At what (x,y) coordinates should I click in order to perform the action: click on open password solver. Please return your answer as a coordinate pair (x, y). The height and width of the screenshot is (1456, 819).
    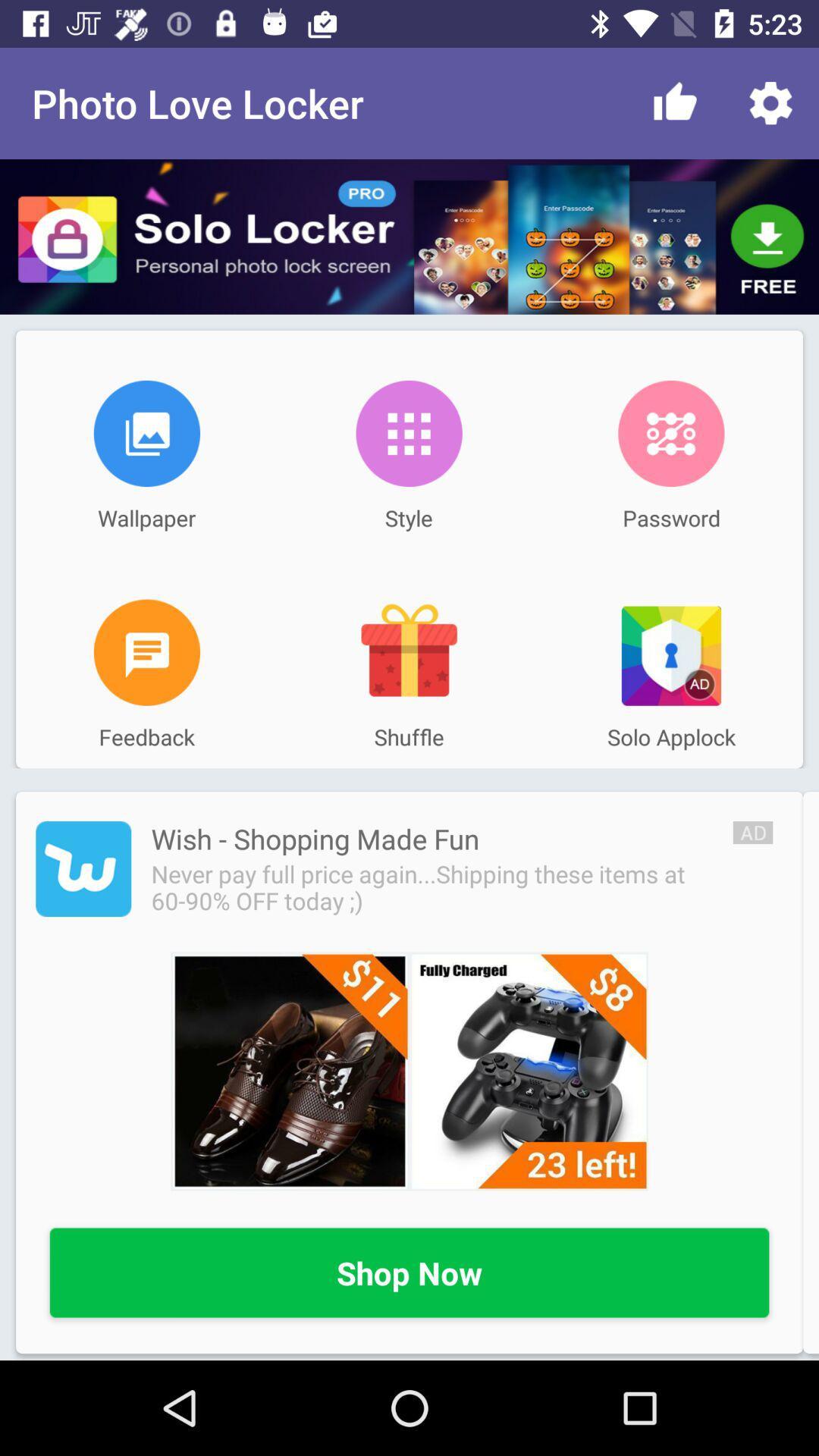
    Looking at the image, I should click on (670, 432).